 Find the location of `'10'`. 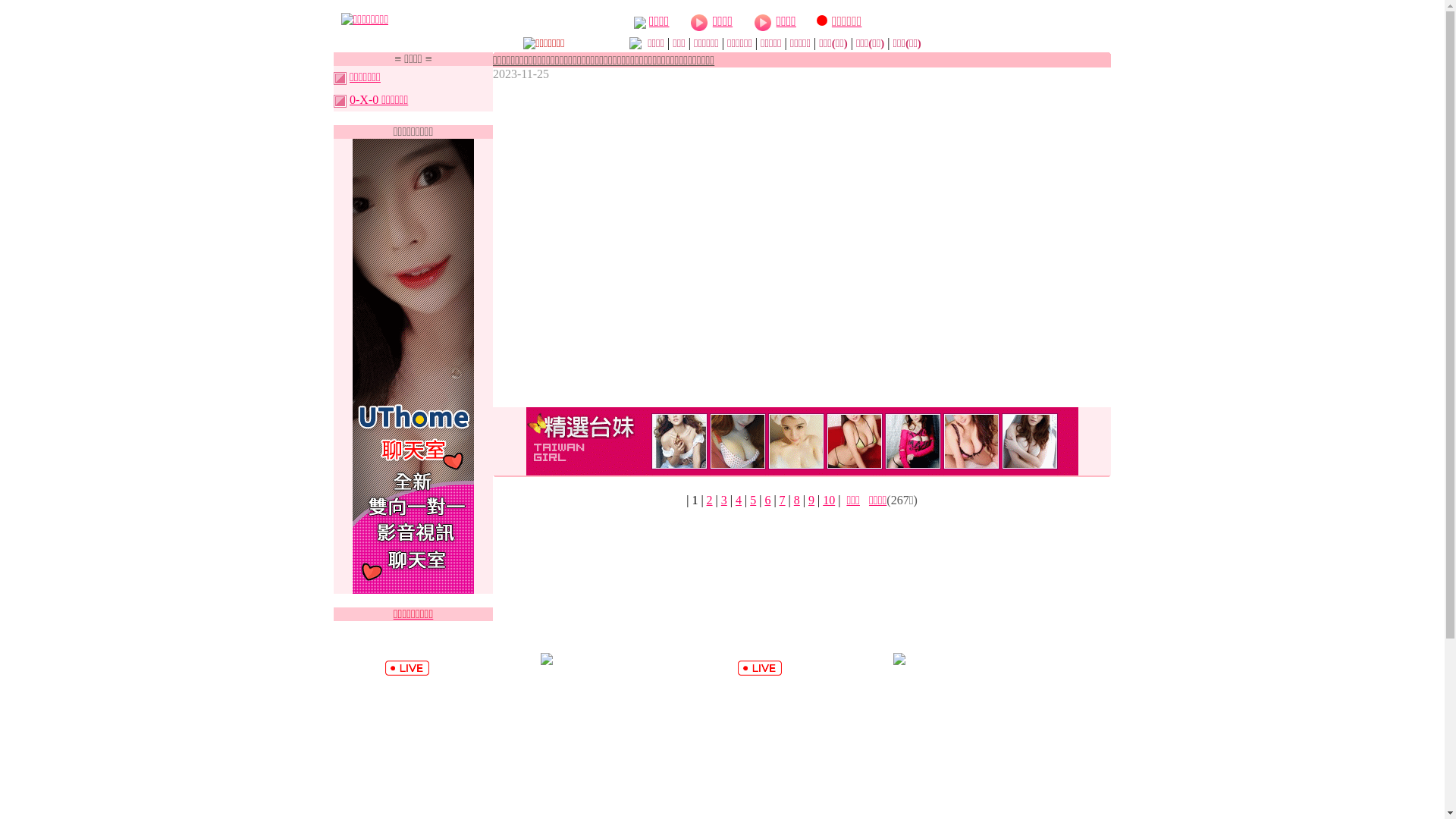

'10' is located at coordinates (821, 500).